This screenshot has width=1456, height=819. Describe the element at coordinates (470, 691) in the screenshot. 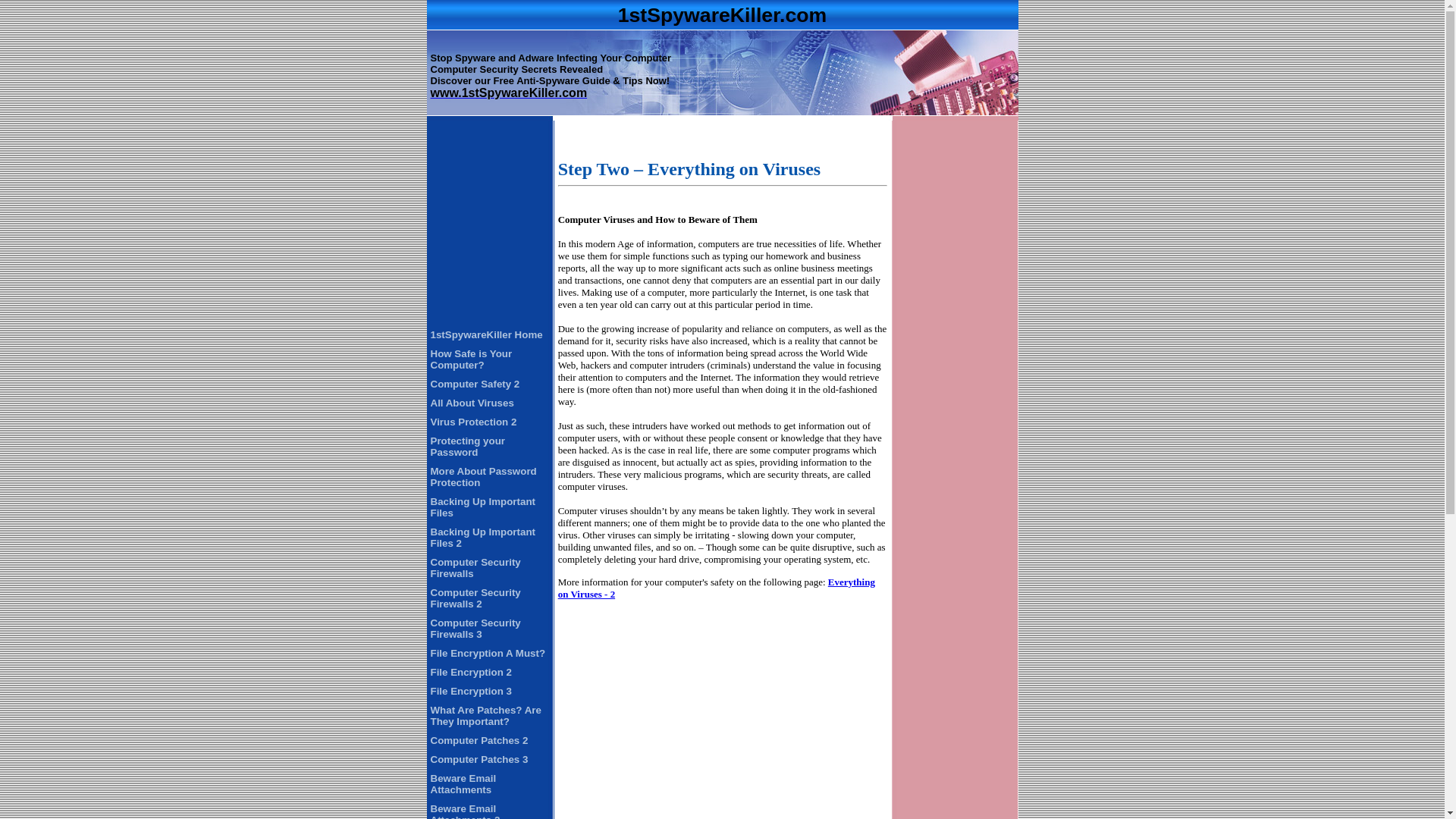

I see `'File Encryption 3'` at that location.